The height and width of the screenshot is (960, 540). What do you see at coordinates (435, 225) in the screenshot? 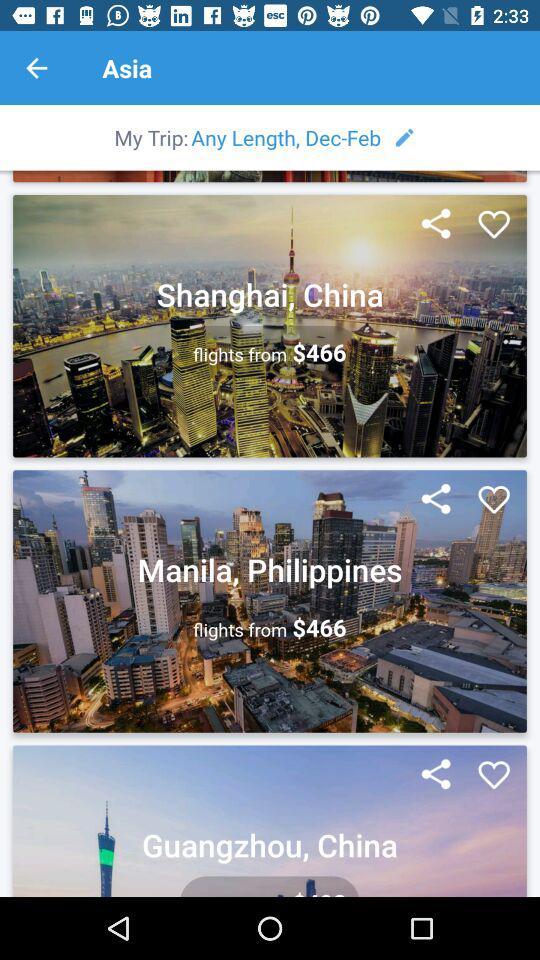
I see `share flights info` at bounding box center [435, 225].